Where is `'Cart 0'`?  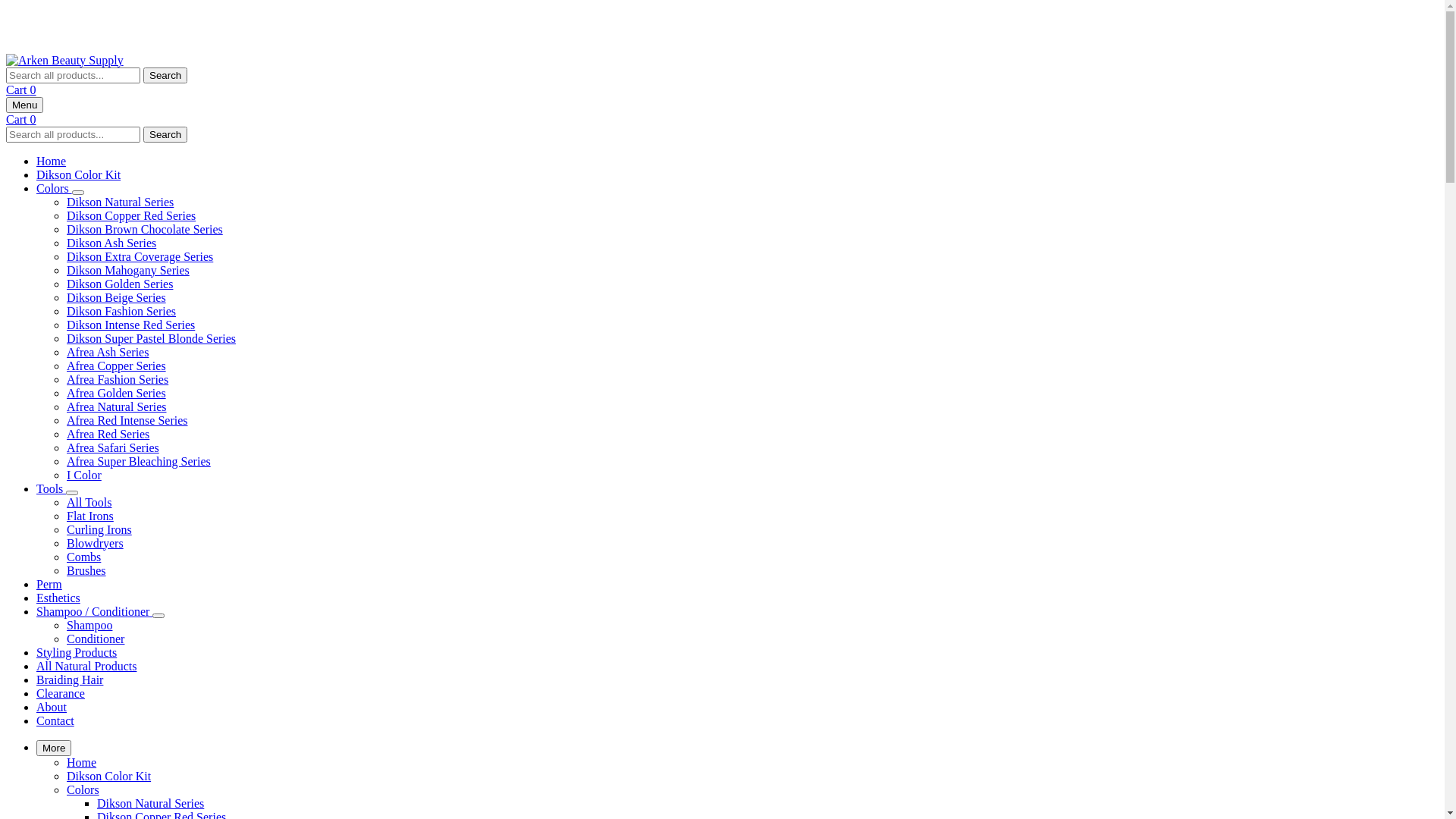
'Cart 0' is located at coordinates (21, 118).